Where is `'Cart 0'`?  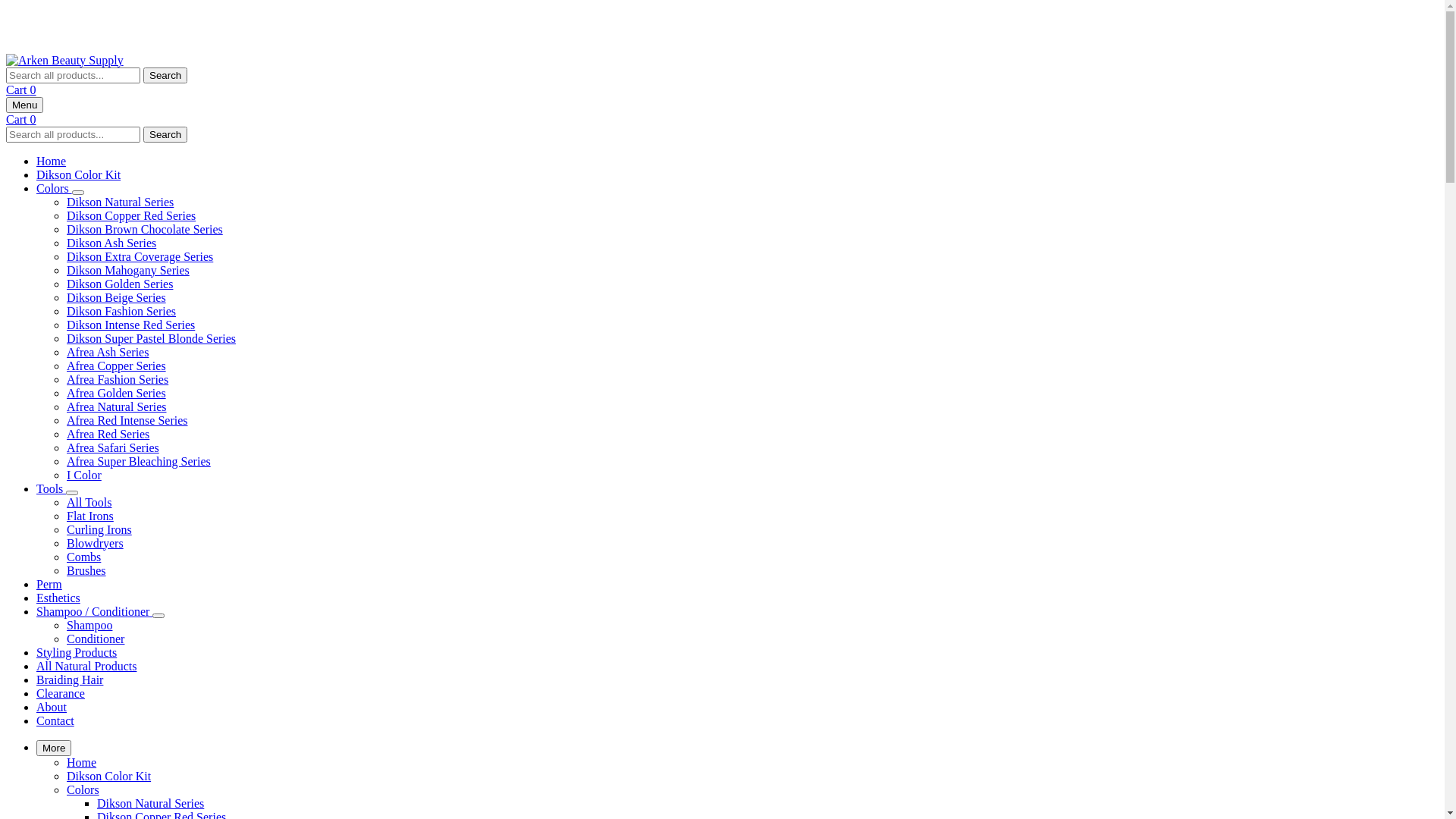
'Cart 0' is located at coordinates (21, 118).